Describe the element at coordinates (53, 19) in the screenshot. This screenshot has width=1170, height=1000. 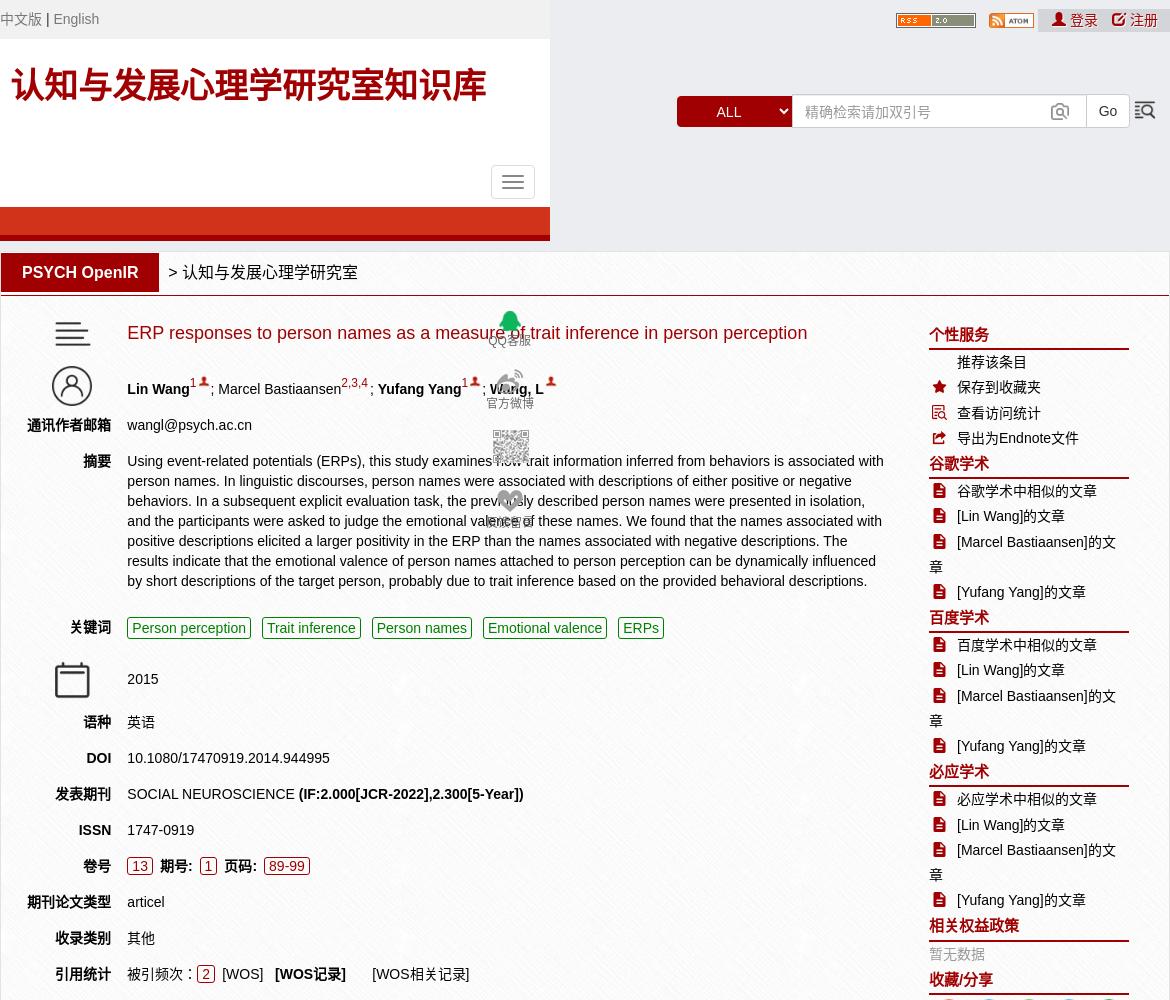
I see `'English'` at that location.